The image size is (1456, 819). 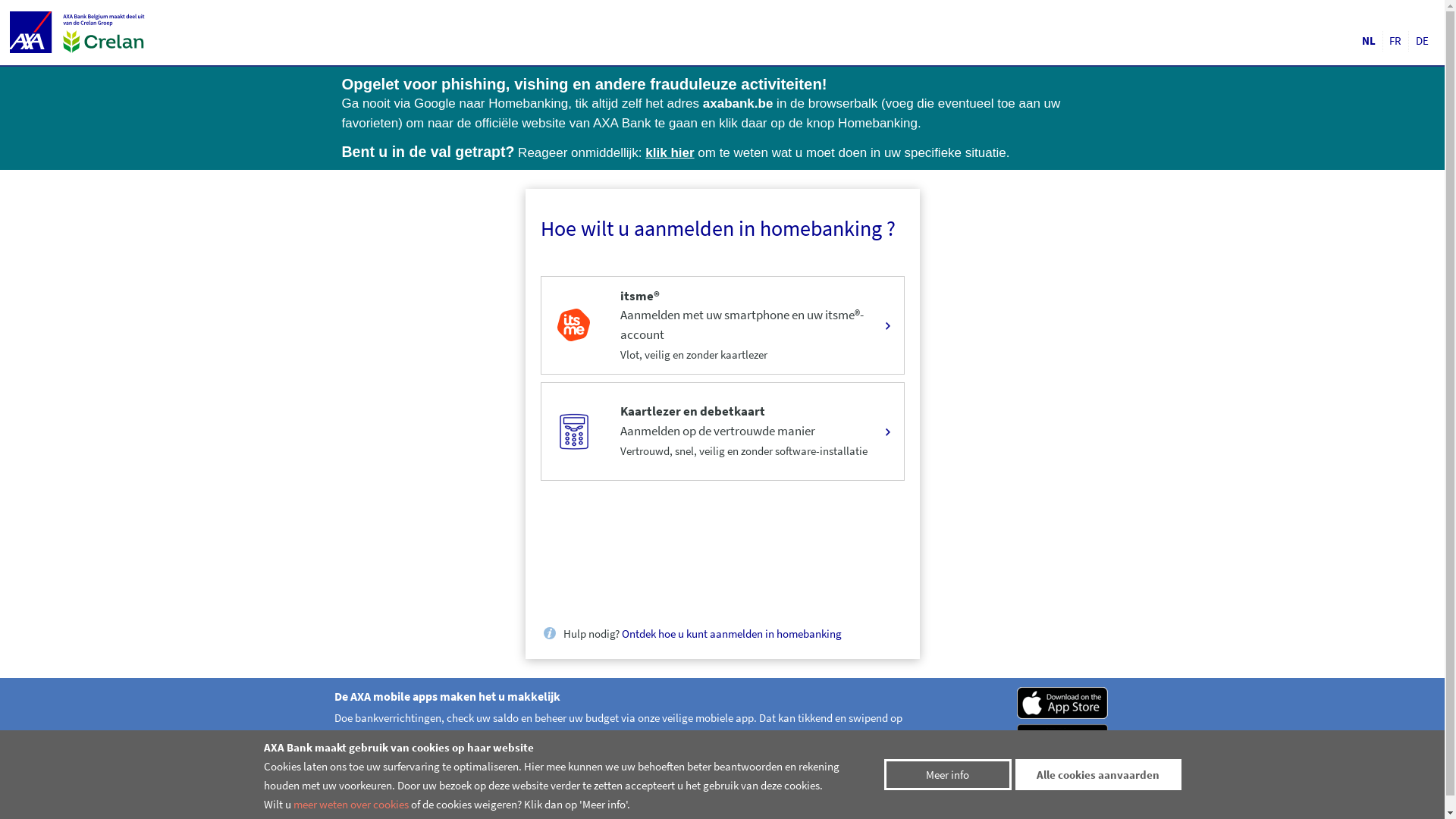 I want to click on 'Meer info', so click(x=946, y=774).